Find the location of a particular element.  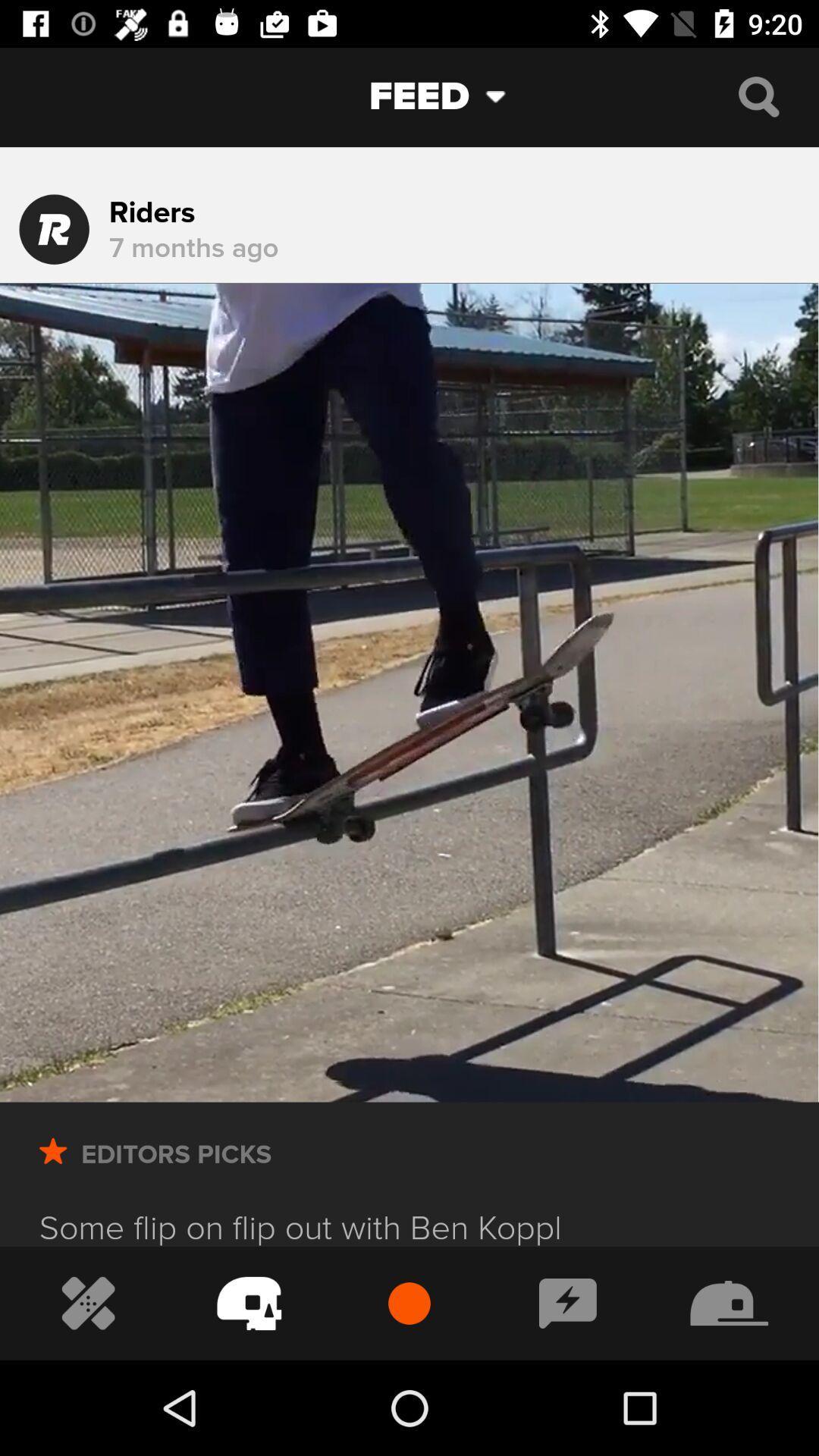

the star button is located at coordinates (52, 1172).